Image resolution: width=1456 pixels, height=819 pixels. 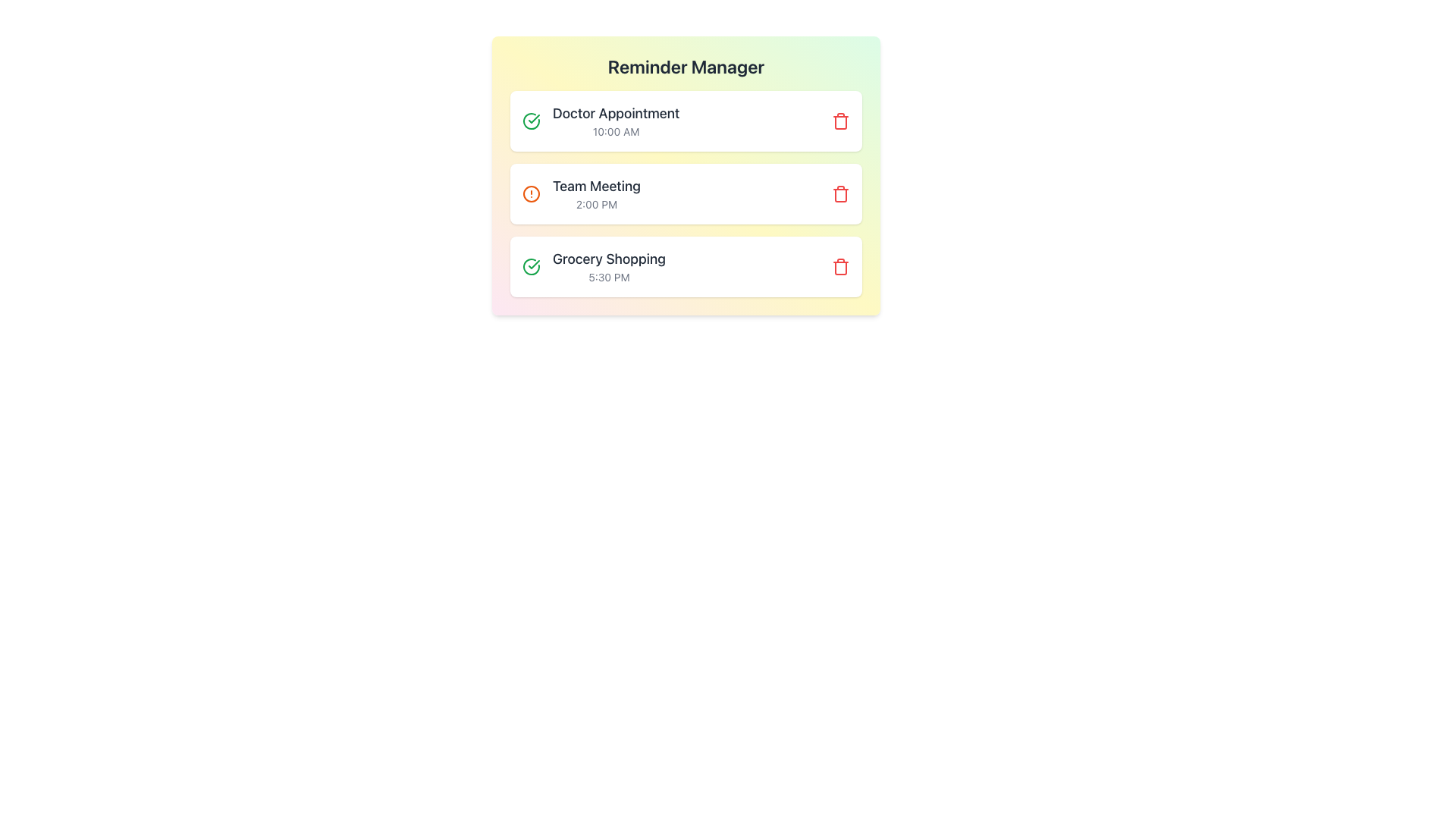 What do you see at coordinates (686, 174) in the screenshot?
I see `within the Card UI component that serves as an organizer or reminder manager to interact with its scheduled tasks` at bounding box center [686, 174].